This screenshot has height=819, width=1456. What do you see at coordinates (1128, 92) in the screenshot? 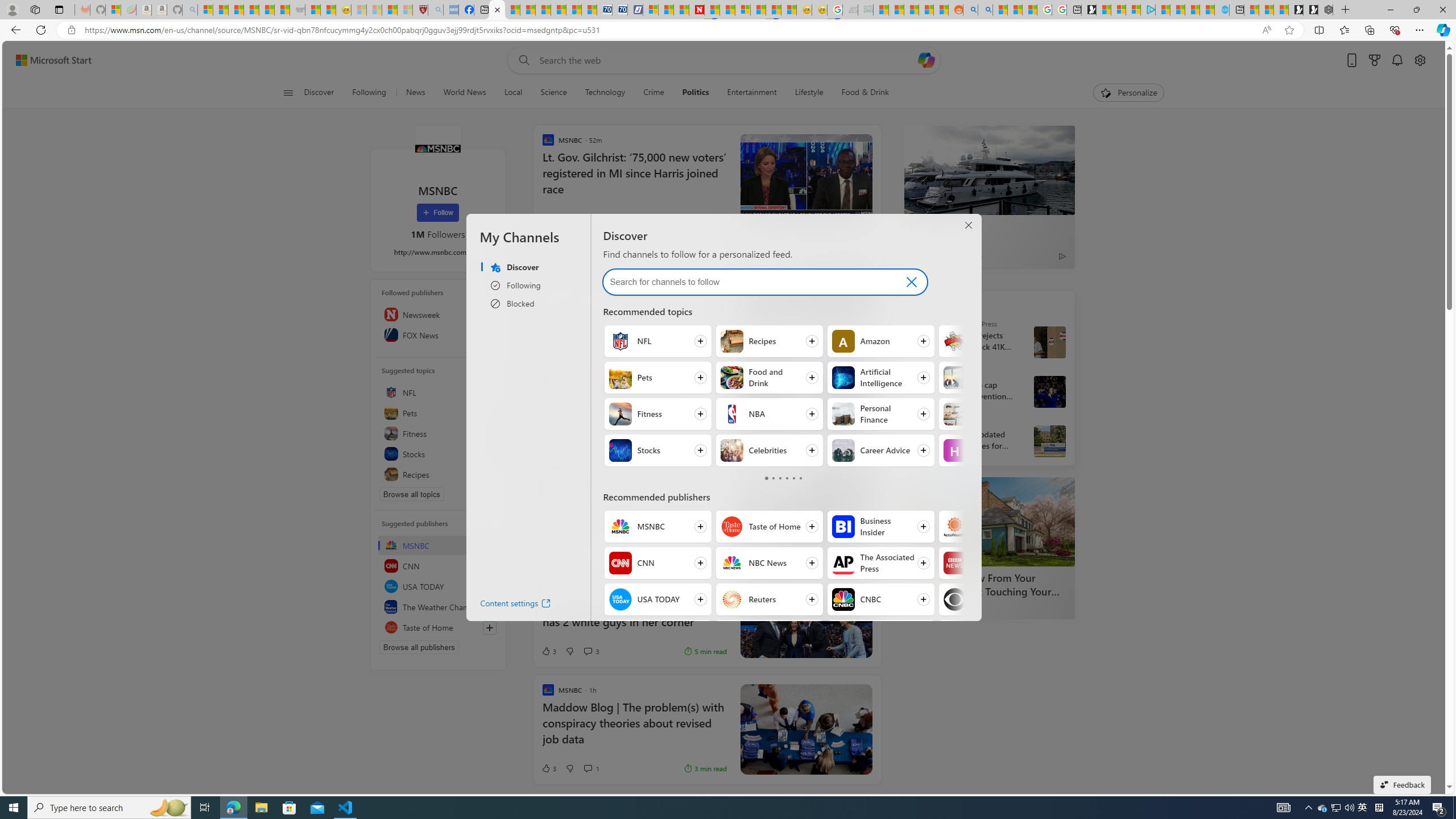
I see `'Personalize'` at bounding box center [1128, 92].